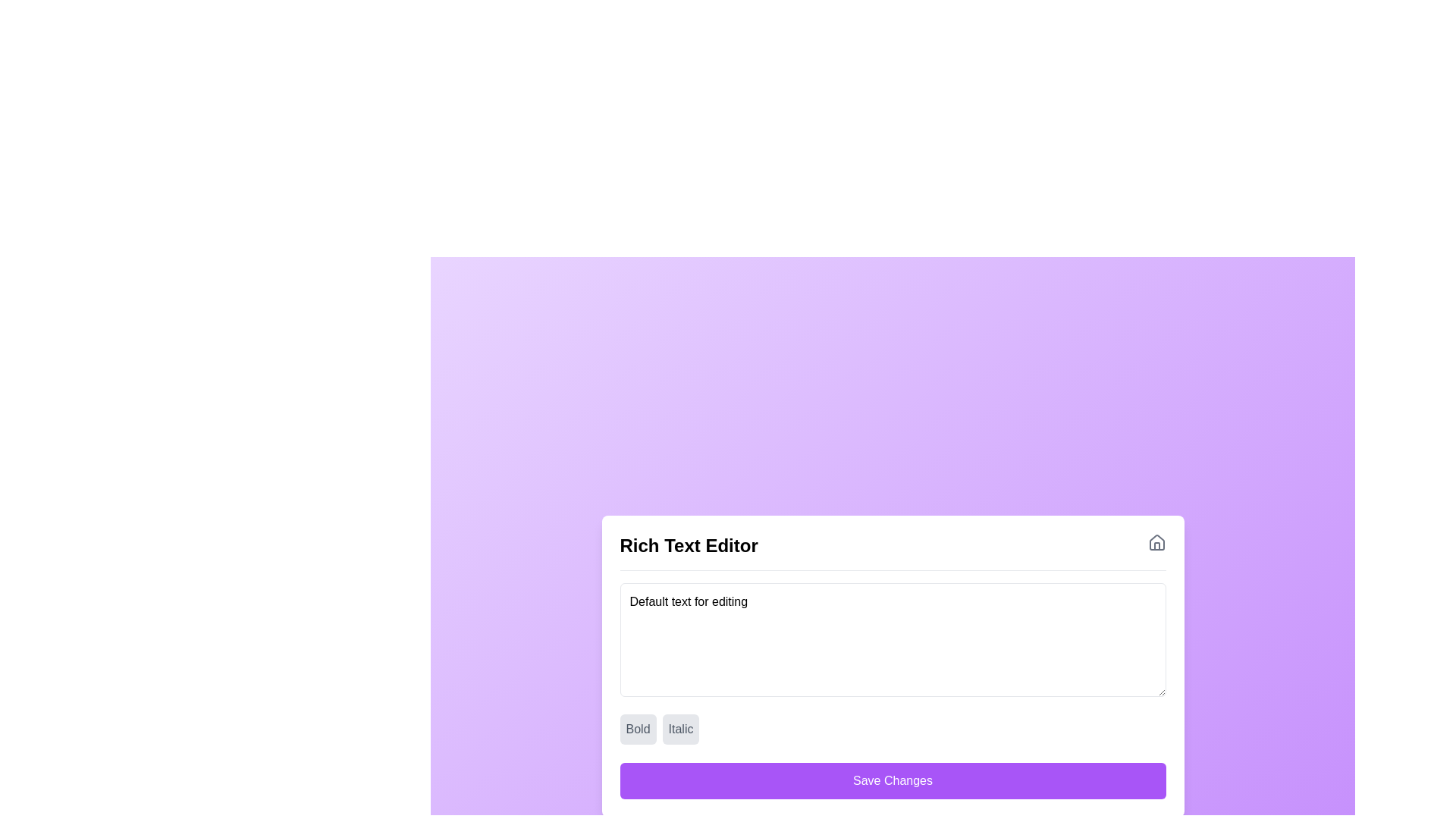 This screenshot has width=1456, height=819. I want to click on the purple 'Save Changes' button located beneath the 'Bold' and 'Italic' buttons in the Rich Text Editor section, so click(893, 780).